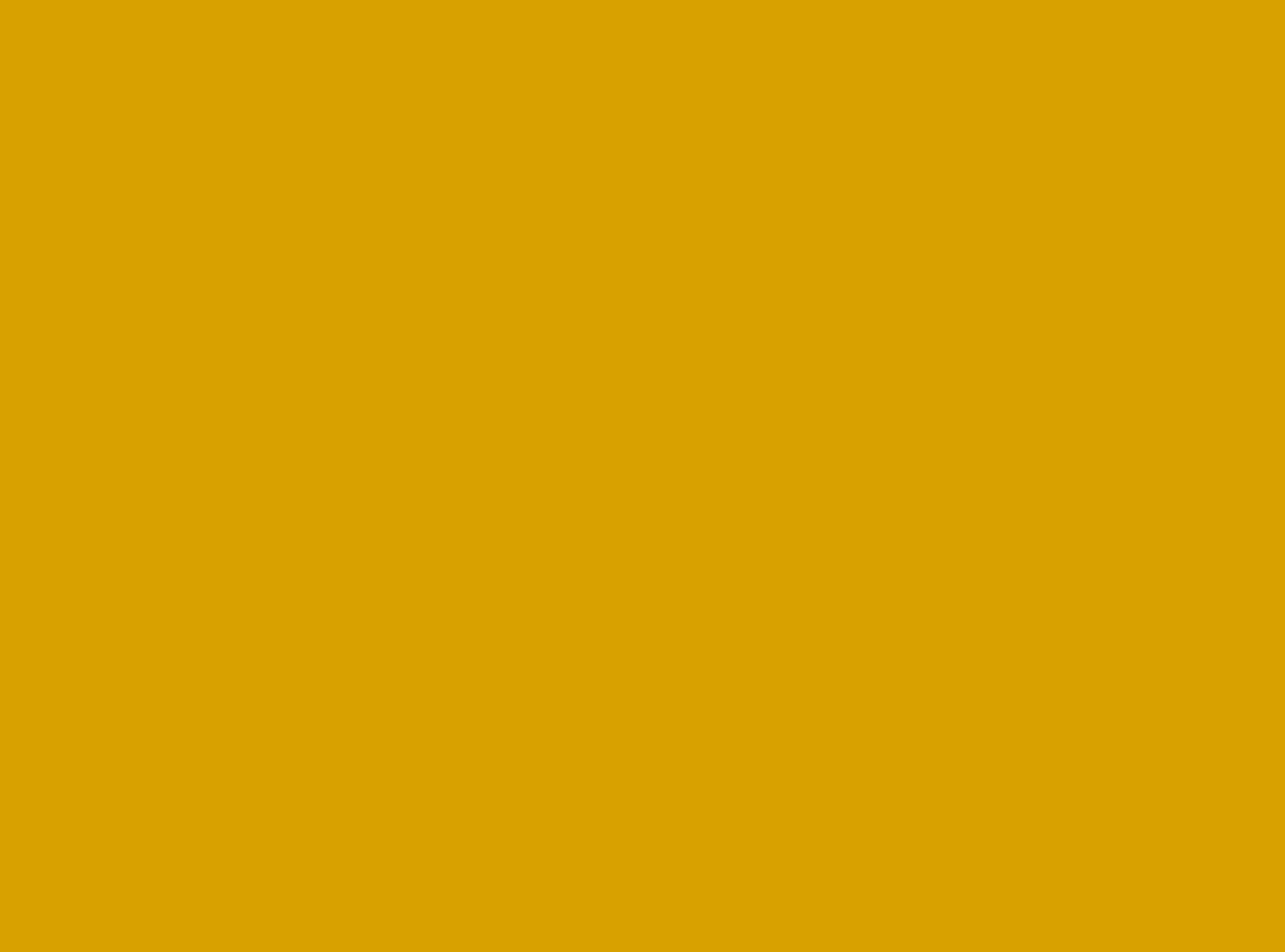  Describe the element at coordinates (309, 60) in the screenshot. I see `'Blackened Fish Fillet'` at that location.